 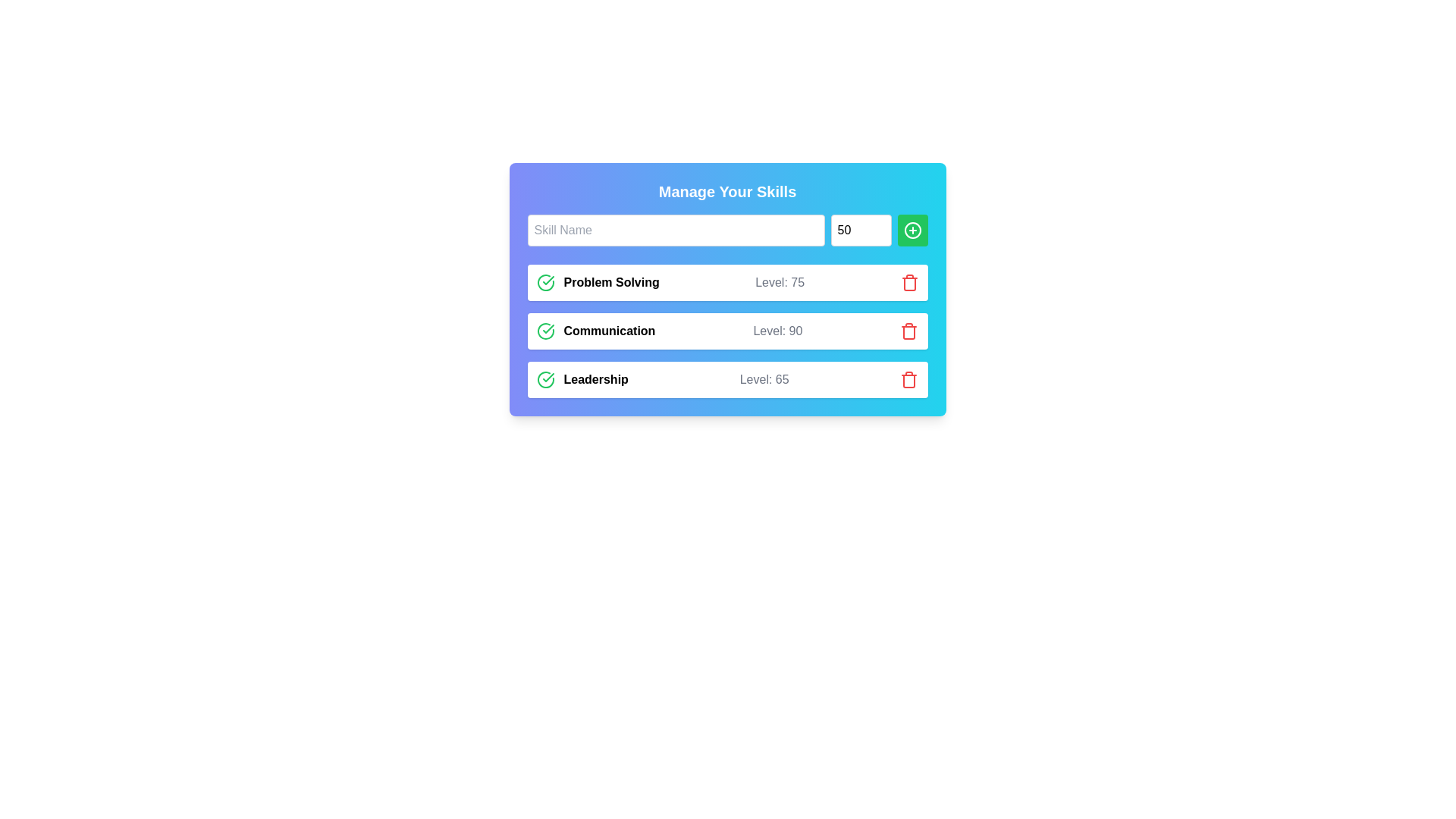 I want to click on the List Item element labeled 'Communication' with level '90' to interact with it, so click(x=726, y=330).